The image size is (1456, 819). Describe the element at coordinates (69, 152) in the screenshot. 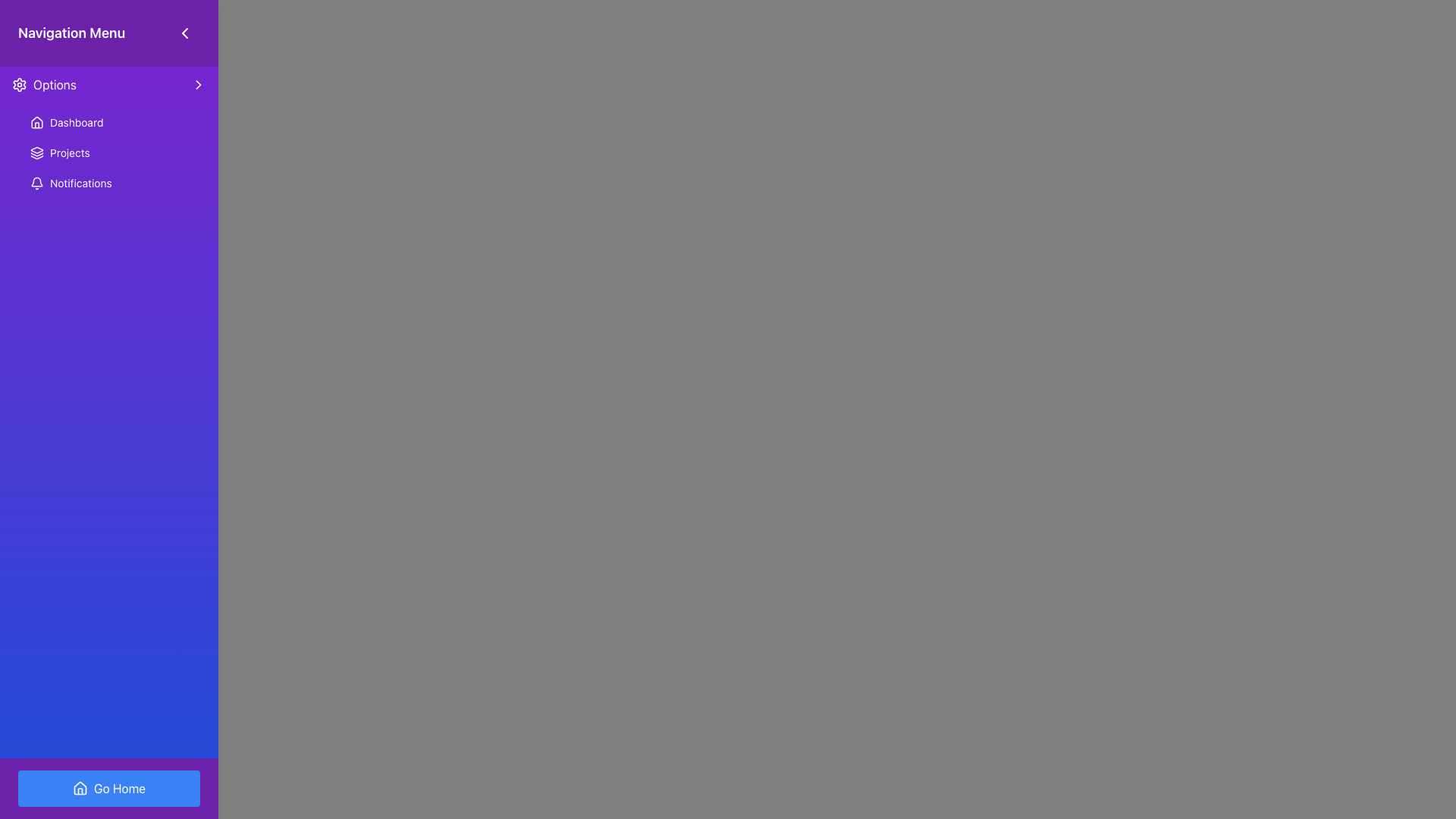

I see `the 'Projects' navigational item located in the left navigation menu, specifically the second item under the 'Options' title` at that location.